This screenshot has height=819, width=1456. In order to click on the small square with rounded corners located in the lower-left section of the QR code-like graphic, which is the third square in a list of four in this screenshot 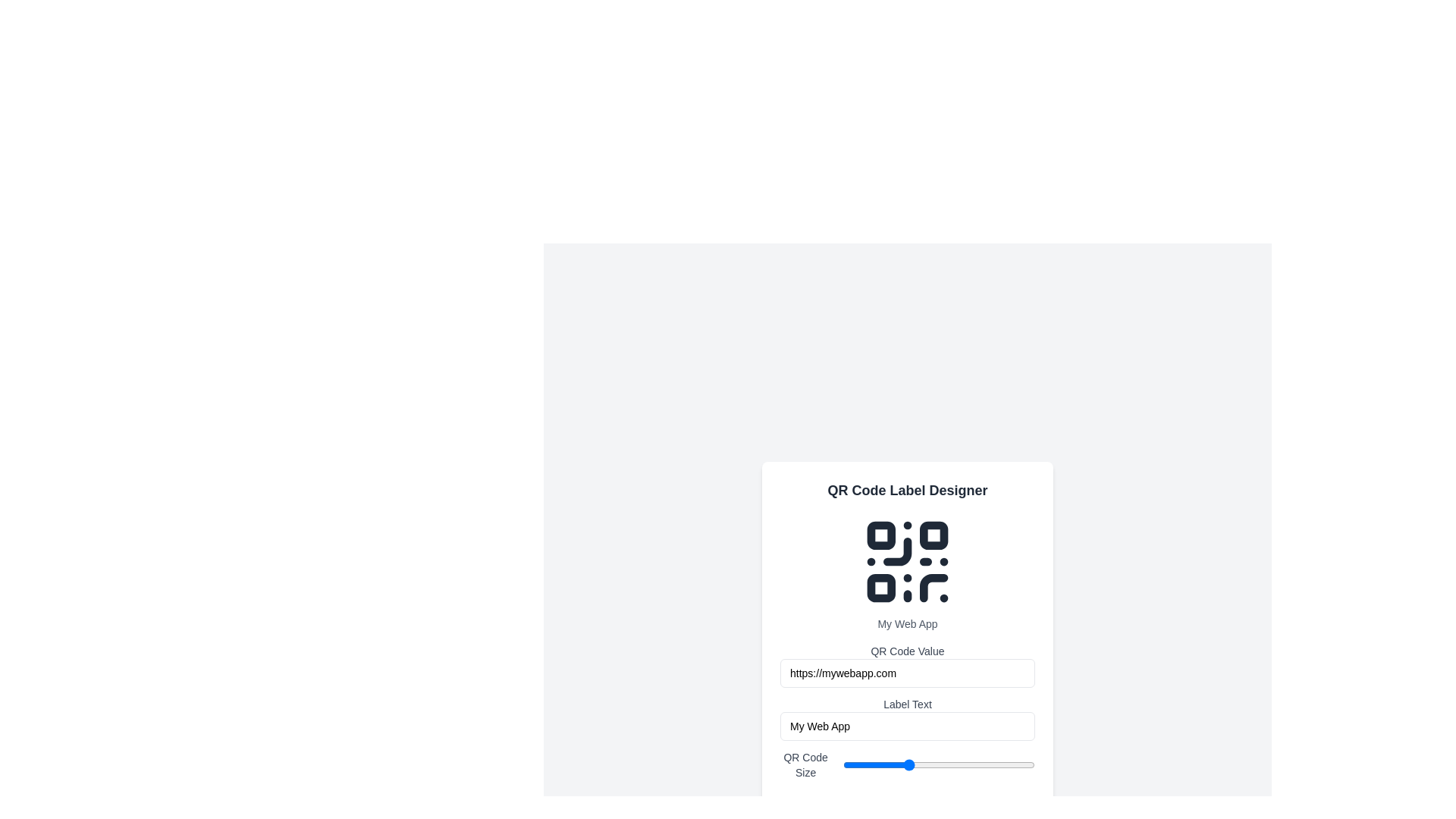, I will do `click(881, 587)`.